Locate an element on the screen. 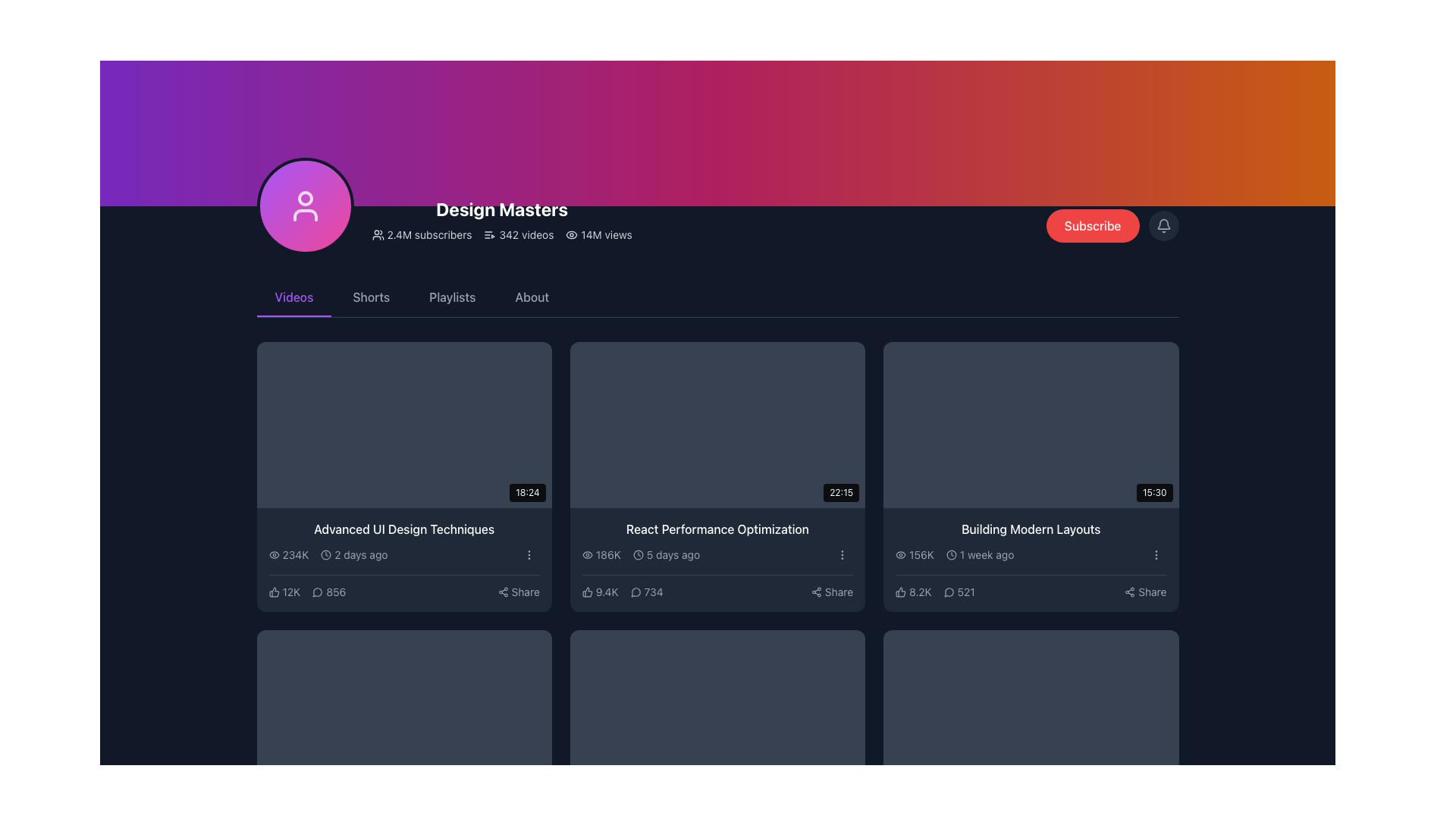  the Vertical ellipsis icon located at the center of the third card in the second row of the grid layout is located at coordinates (529, 555).